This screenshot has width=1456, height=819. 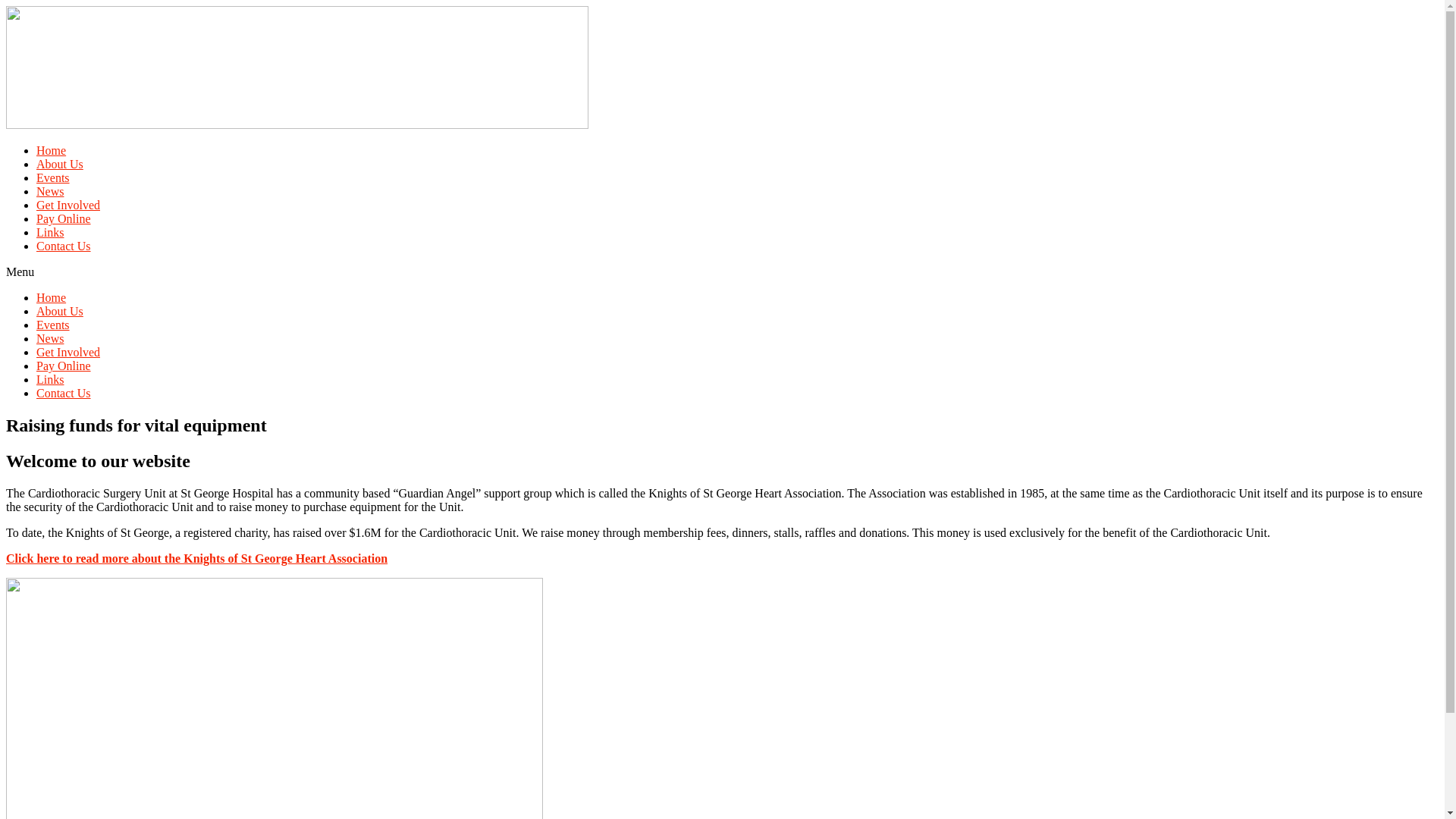 What do you see at coordinates (36, 218) in the screenshot?
I see `'Pay Online'` at bounding box center [36, 218].